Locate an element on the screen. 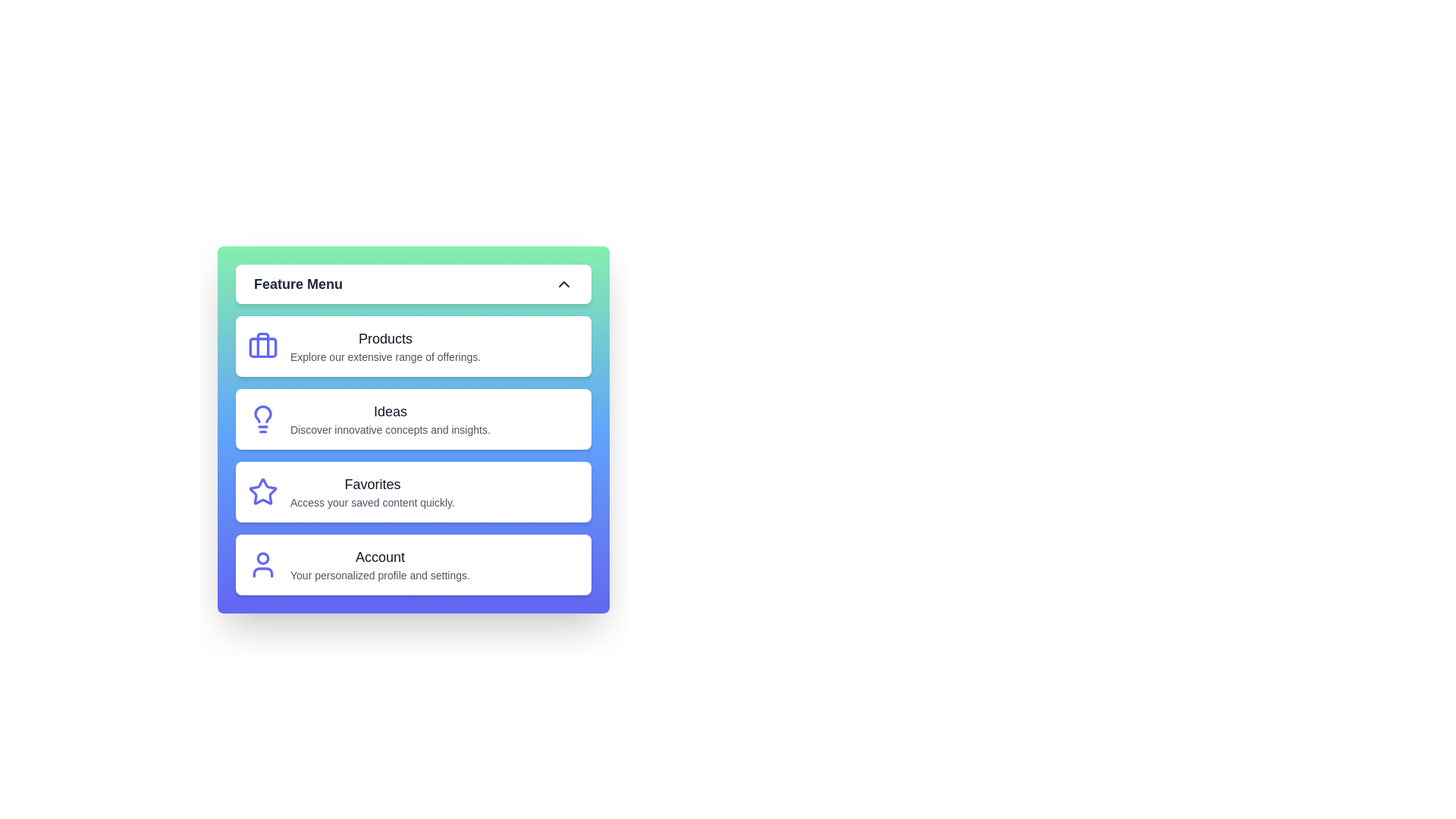 This screenshot has height=819, width=1456. the menu item Favorites from the Feature Menu is located at coordinates (413, 491).